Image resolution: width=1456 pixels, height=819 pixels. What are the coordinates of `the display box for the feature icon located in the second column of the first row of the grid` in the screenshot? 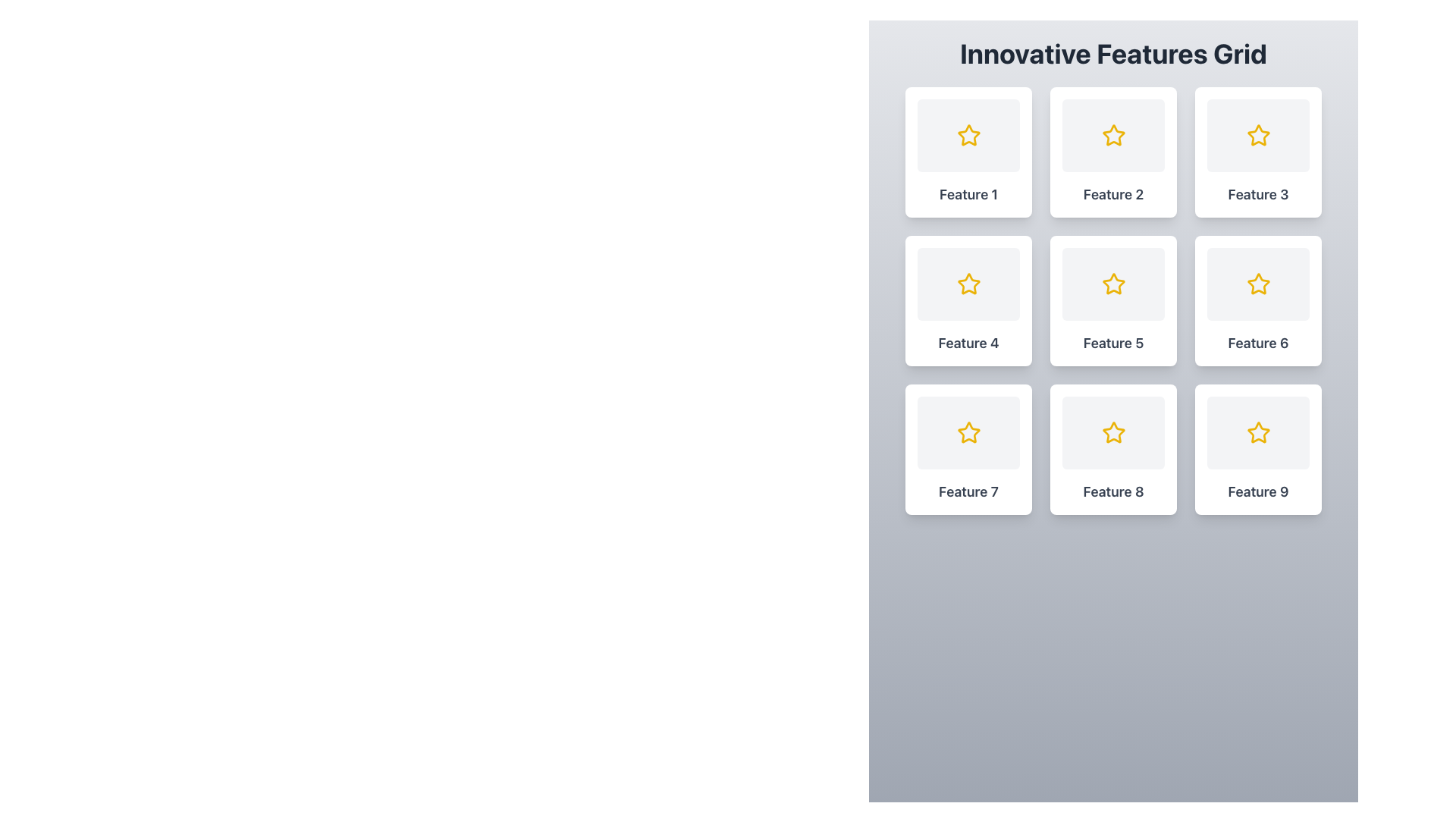 It's located at (1113, 134).